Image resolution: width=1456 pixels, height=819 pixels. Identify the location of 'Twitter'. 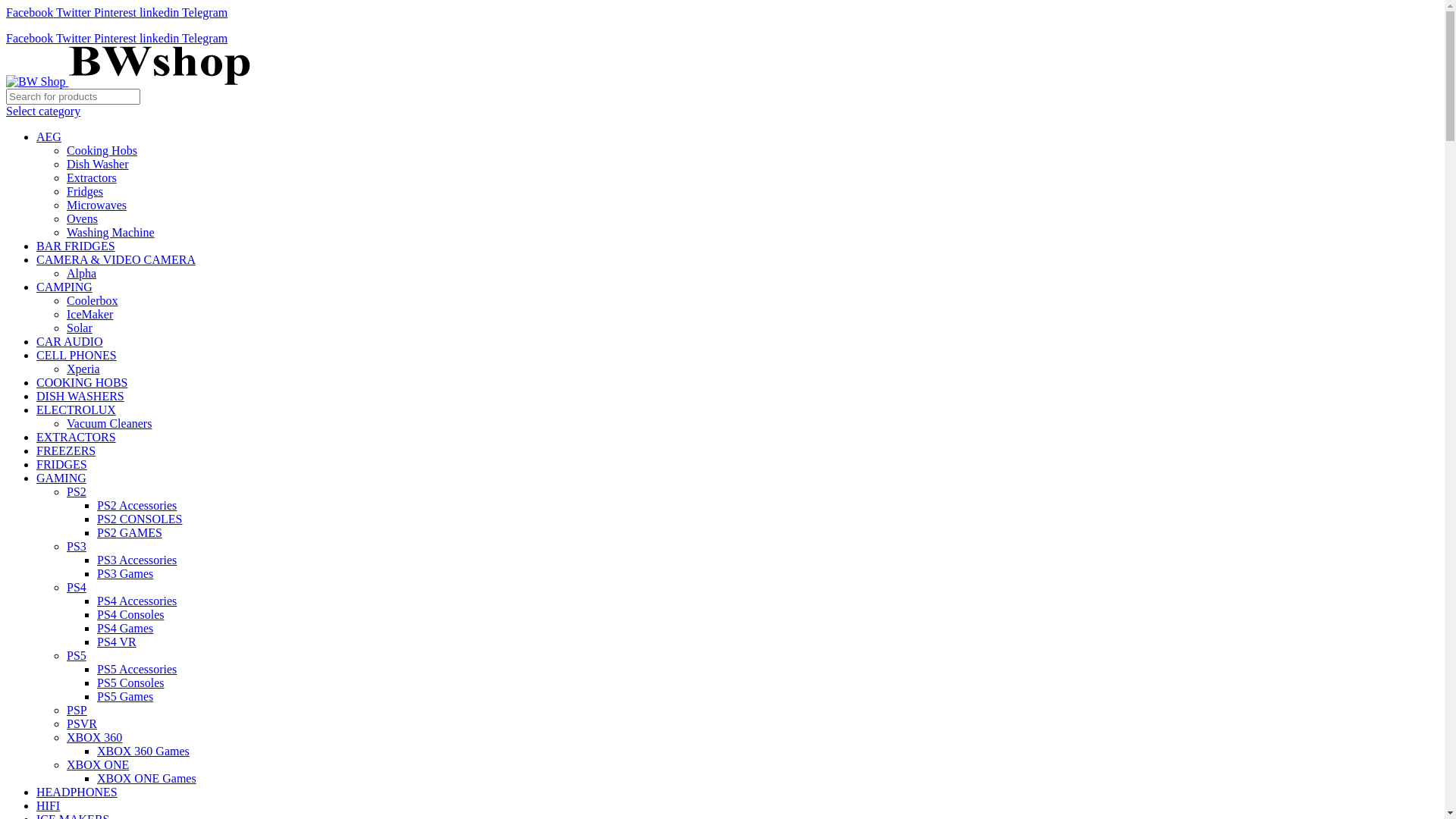
(55, 12).